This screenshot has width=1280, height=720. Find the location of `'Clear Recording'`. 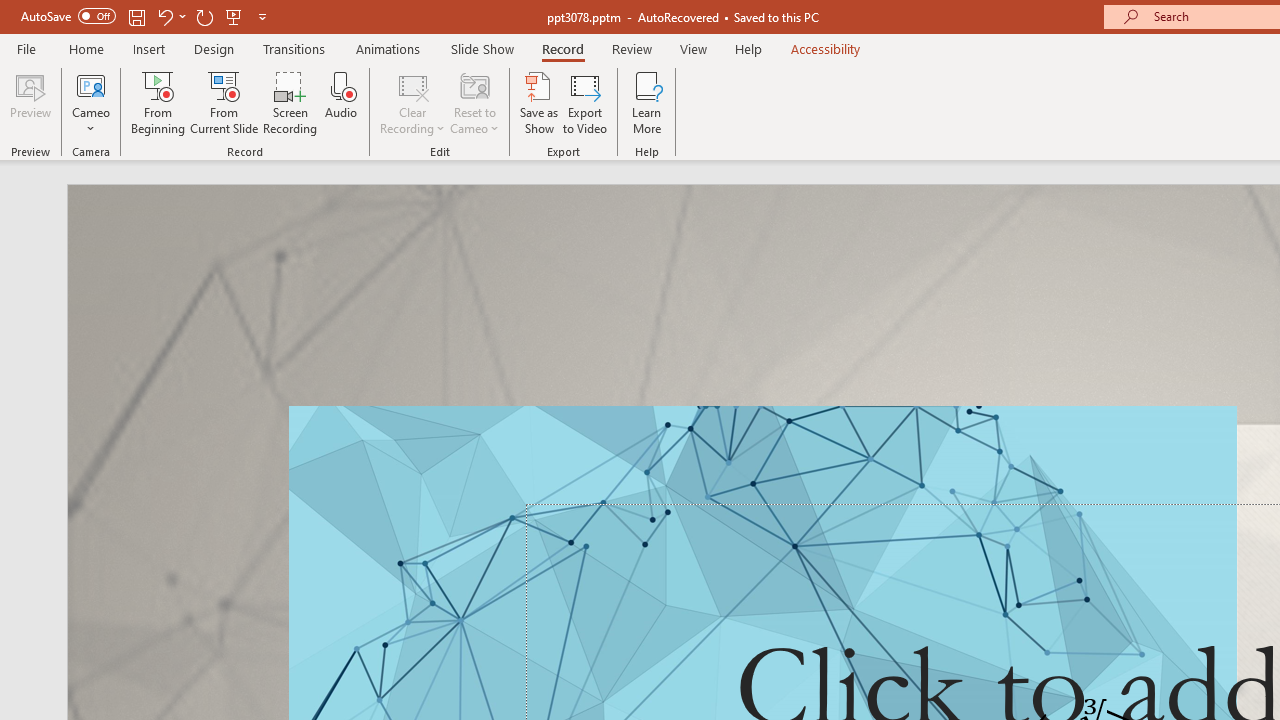

'Clear Recording' is located at coordinates (411, 103).